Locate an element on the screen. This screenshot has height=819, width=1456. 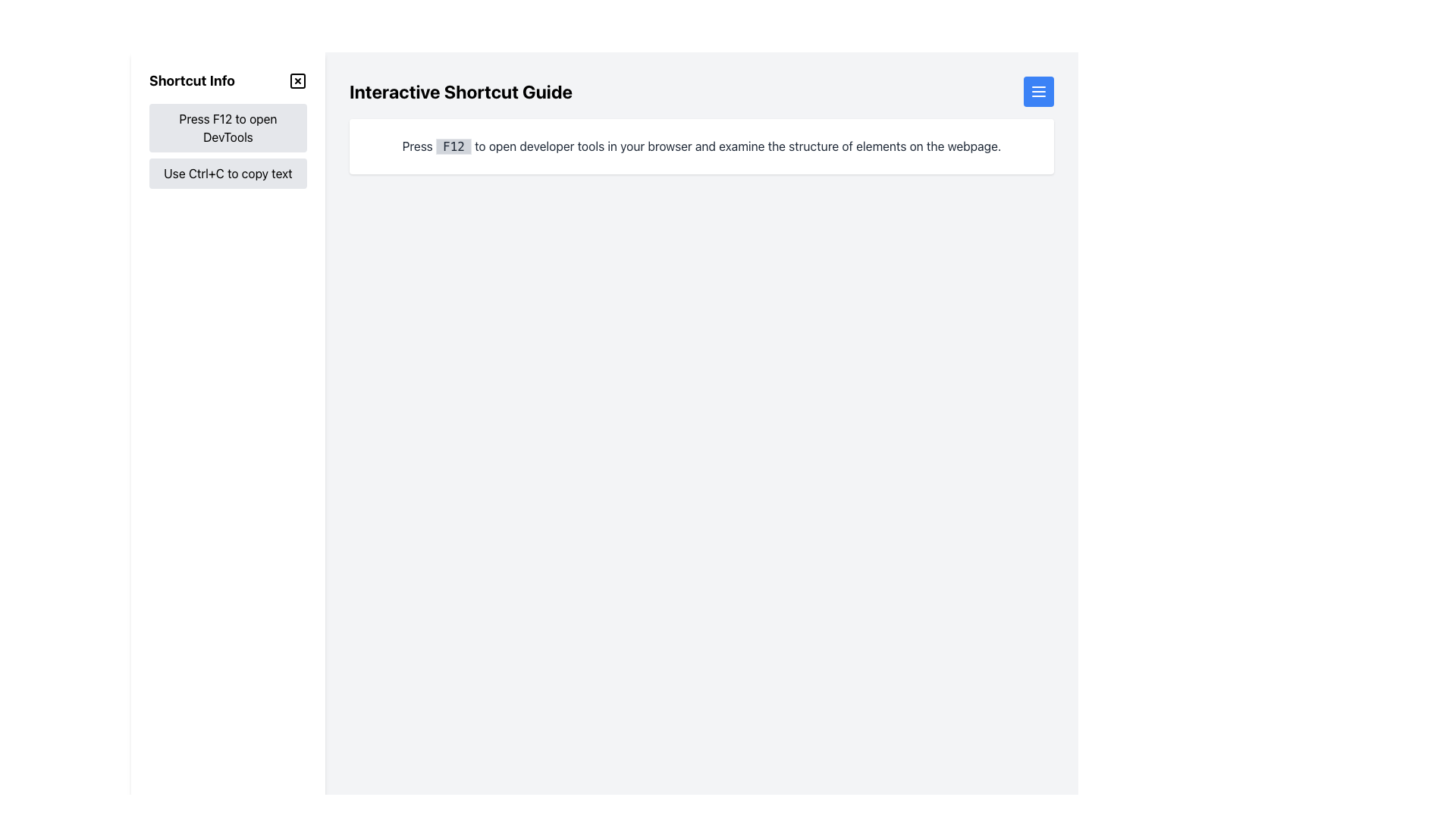
the SVG rectangle element representing the close or cancel icon in the top-right corner of the 'Shortcut Info' pane is located at coordinates (298, 81).